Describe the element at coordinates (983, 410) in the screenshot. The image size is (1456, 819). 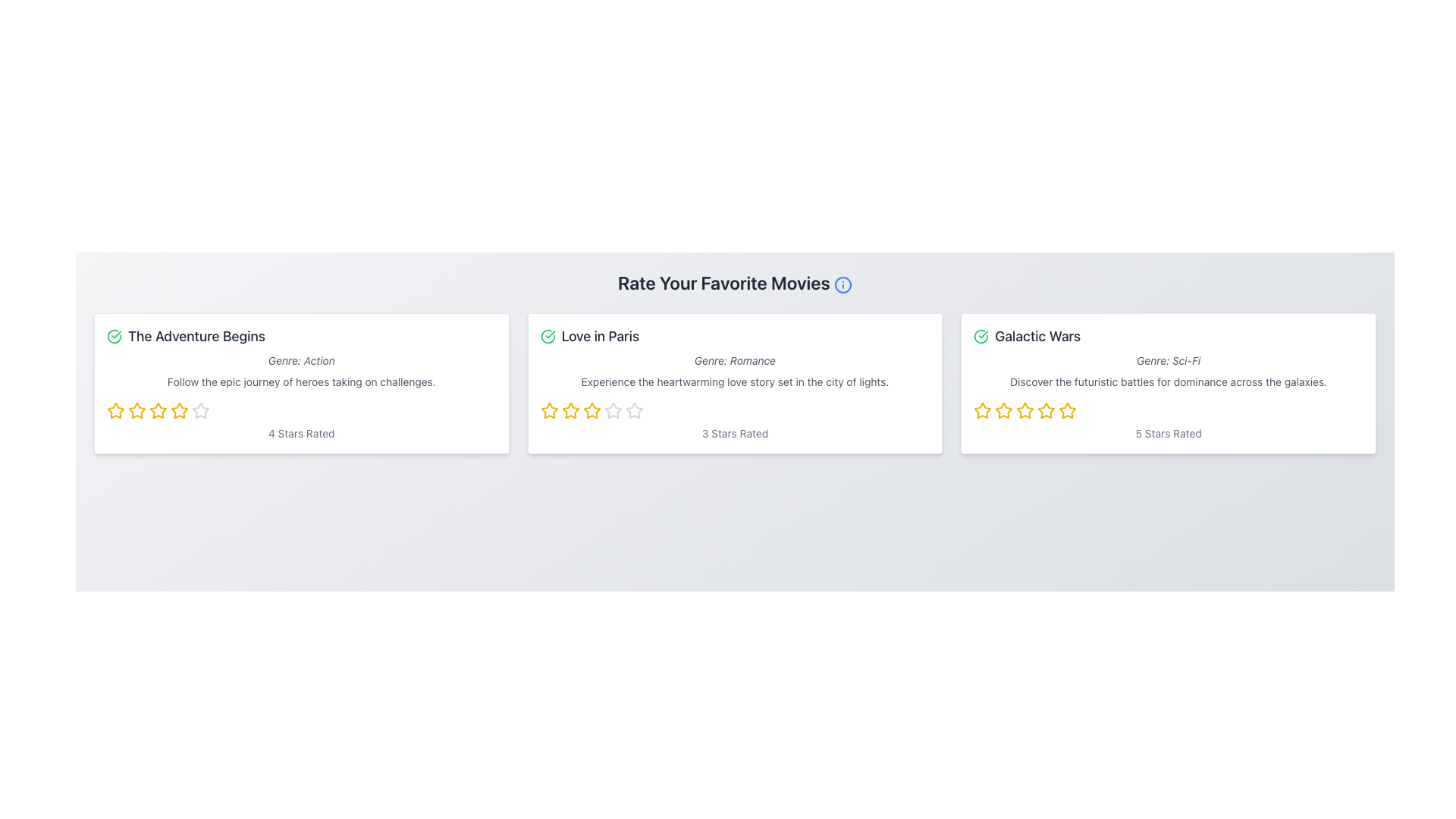
I see `the first Rating Star Icon for the movie 'Galactic Wars'` at that location.